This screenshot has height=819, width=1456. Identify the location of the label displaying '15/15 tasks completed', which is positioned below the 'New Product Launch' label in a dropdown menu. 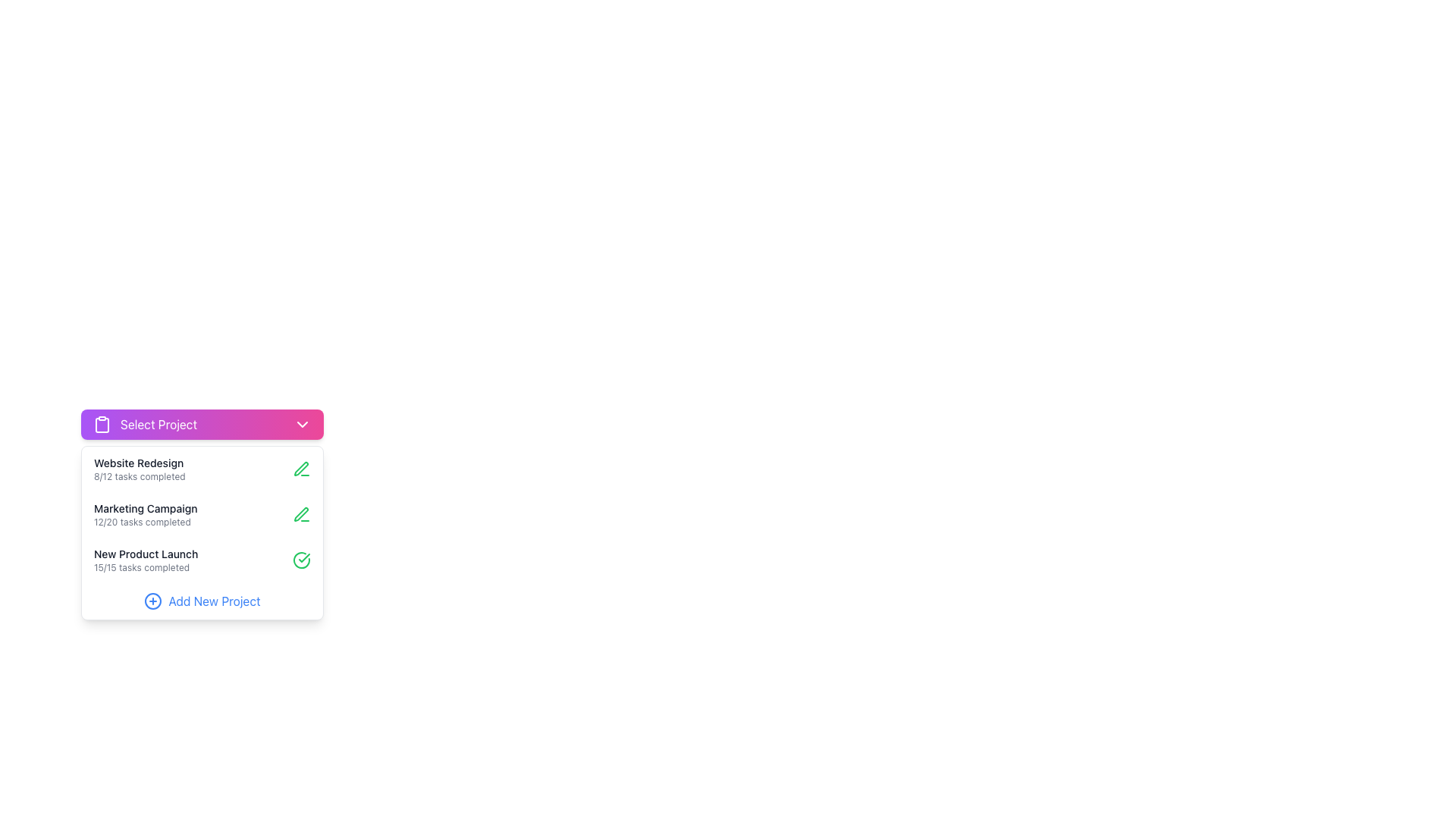
(146, 567).